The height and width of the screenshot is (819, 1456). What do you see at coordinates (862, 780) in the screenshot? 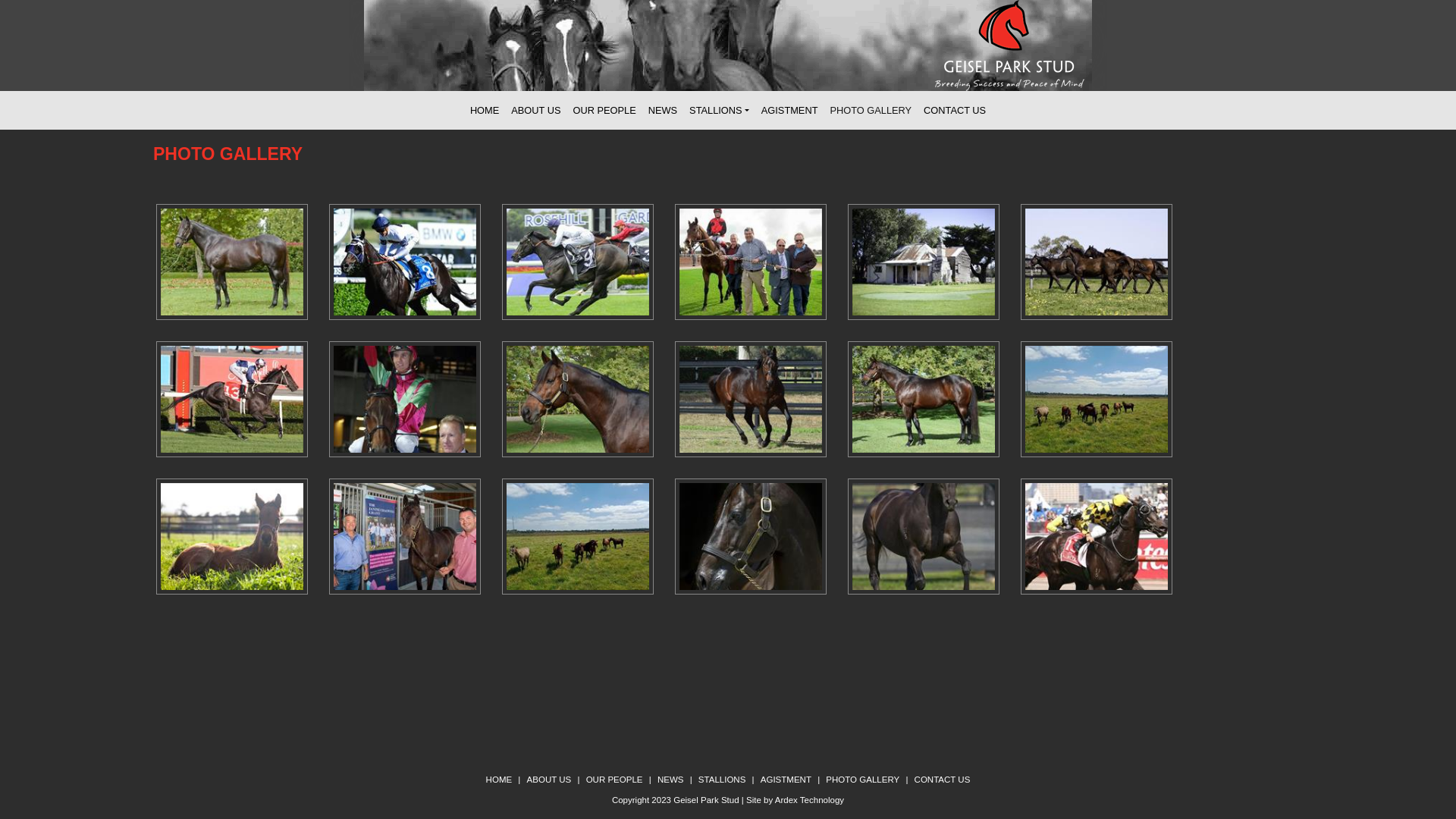
I see `'PHOTO GALLERY'` at bounding box center [862, 780].